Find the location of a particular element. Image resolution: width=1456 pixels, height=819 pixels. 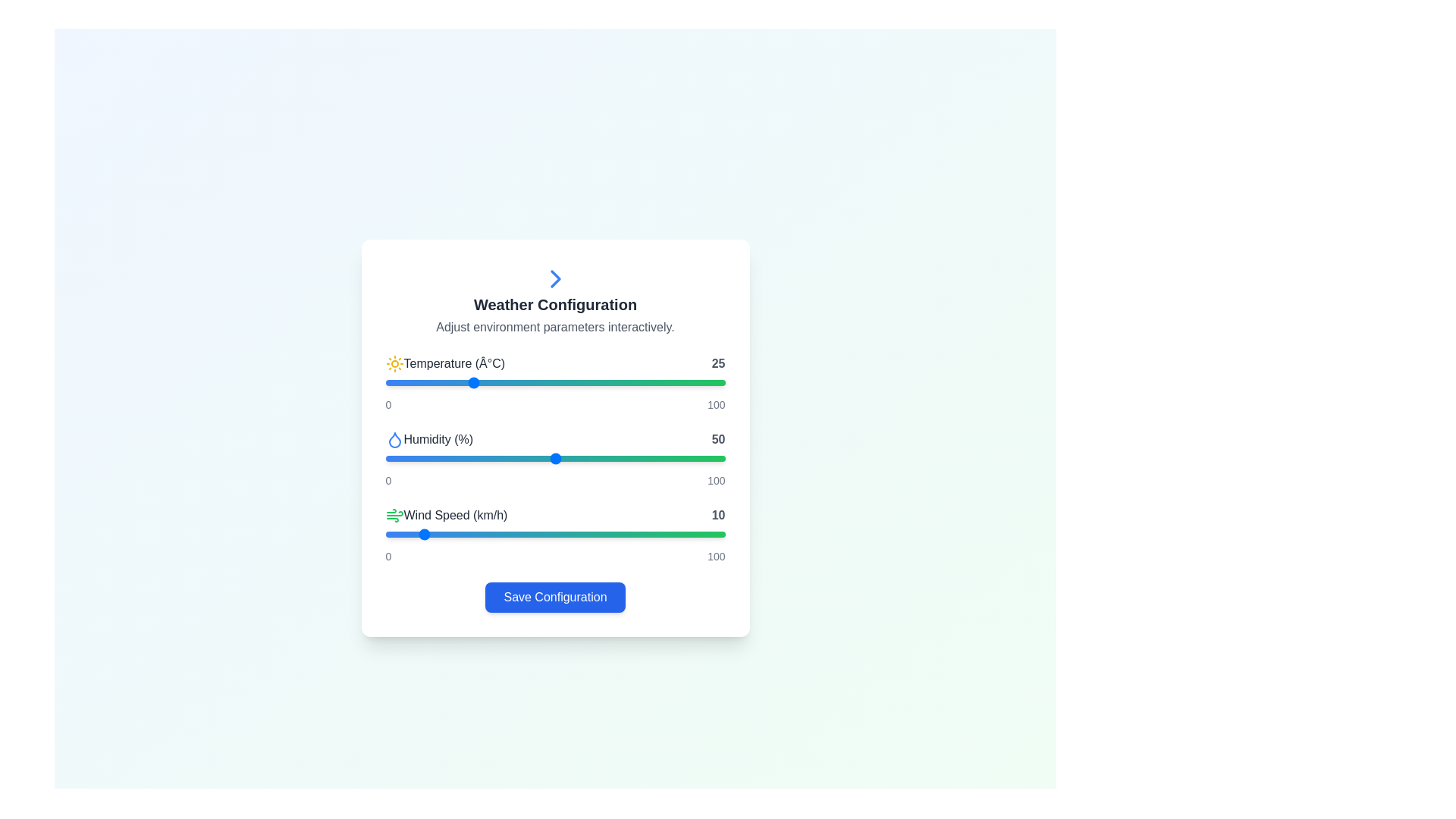

temperature is located at coordinates (557, 382).